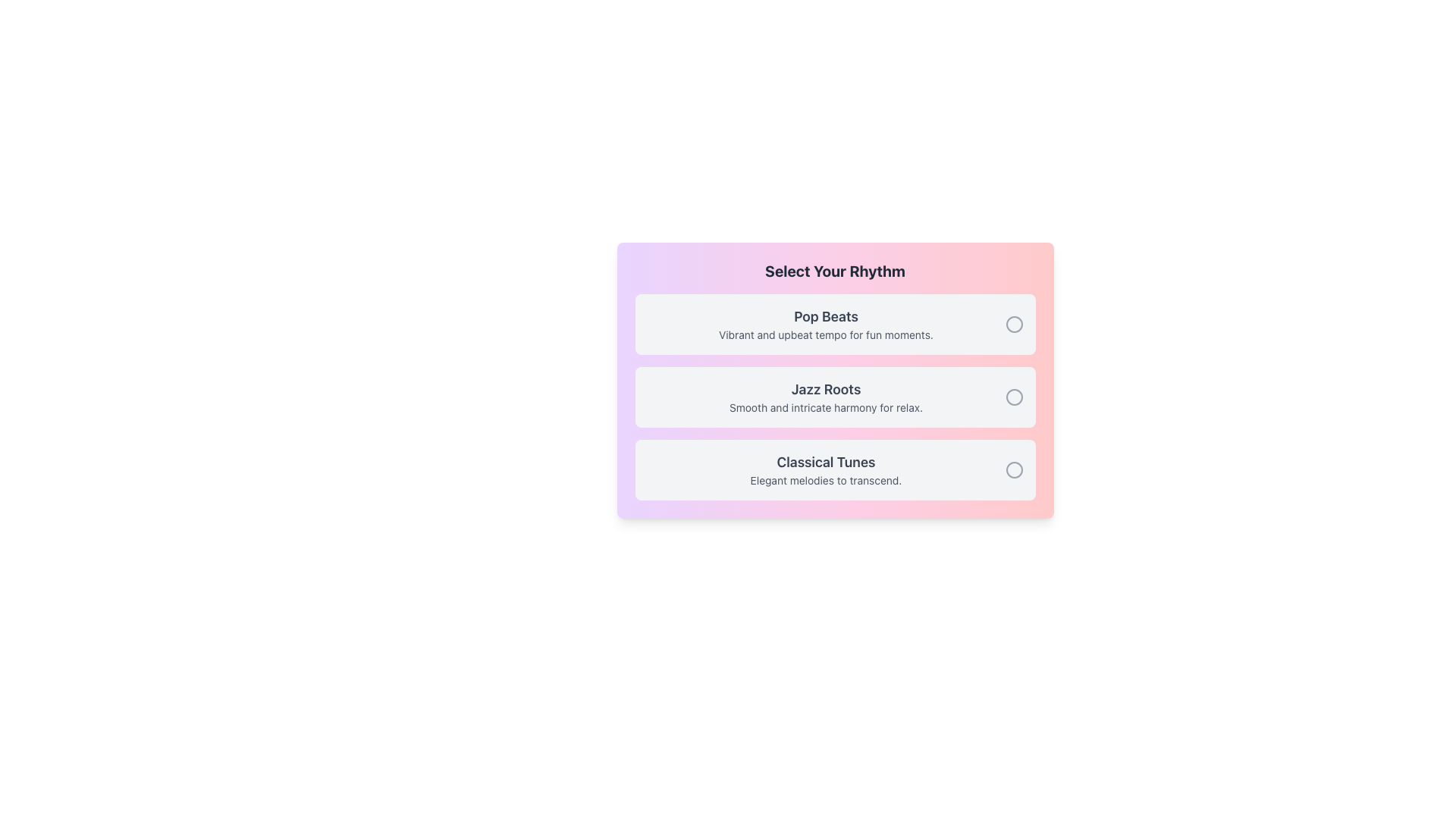 The height and width of the screenshot is (819, 1456). Describe the element at coordinates (825, 334) in the screenshot. I see `the static text element located directly beneath the heading 'Pop Beats' in the selection card titled 'Select Your Rhythm.'` at that location.